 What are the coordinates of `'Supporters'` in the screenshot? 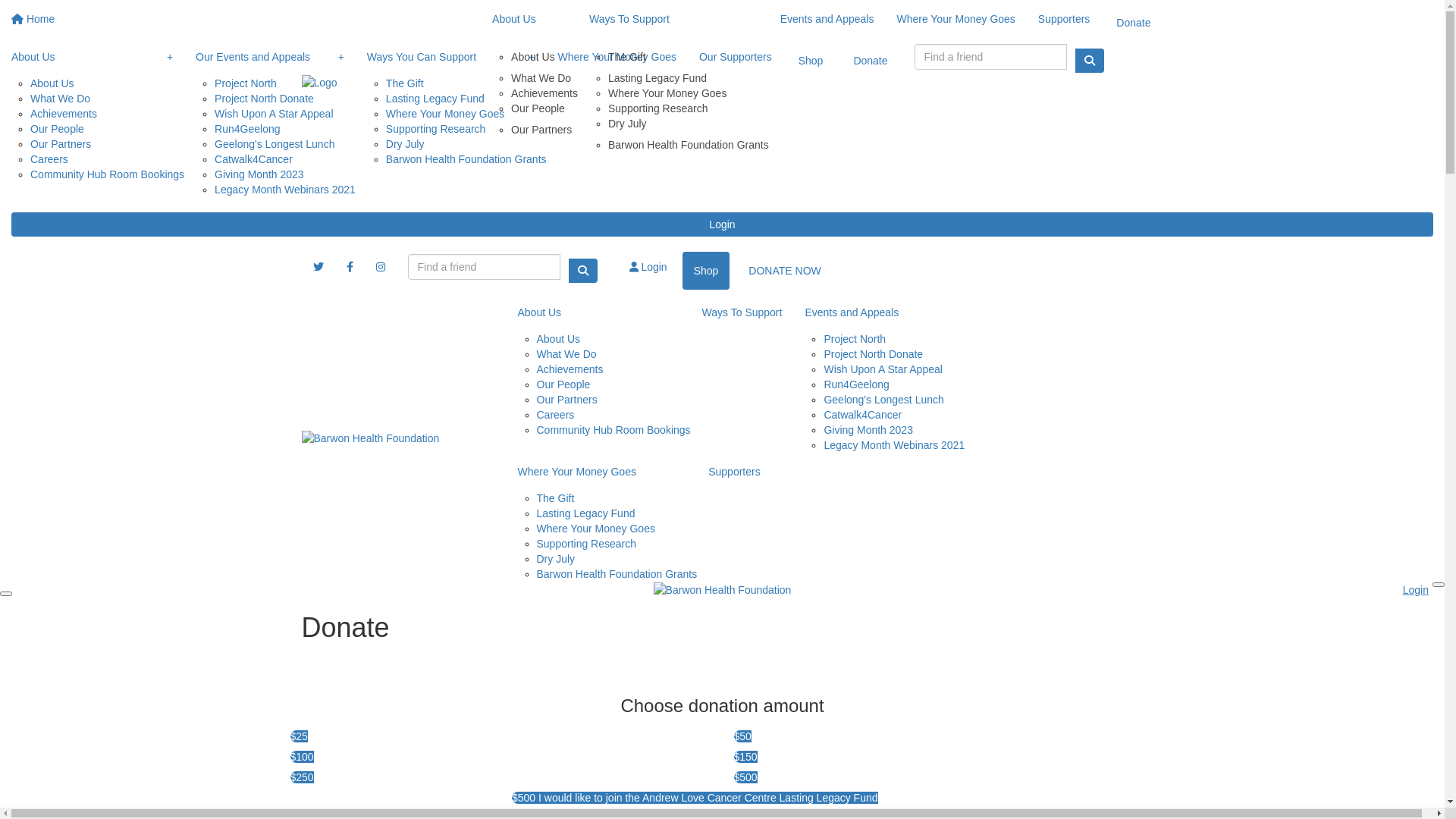 It's located at (734, 470).